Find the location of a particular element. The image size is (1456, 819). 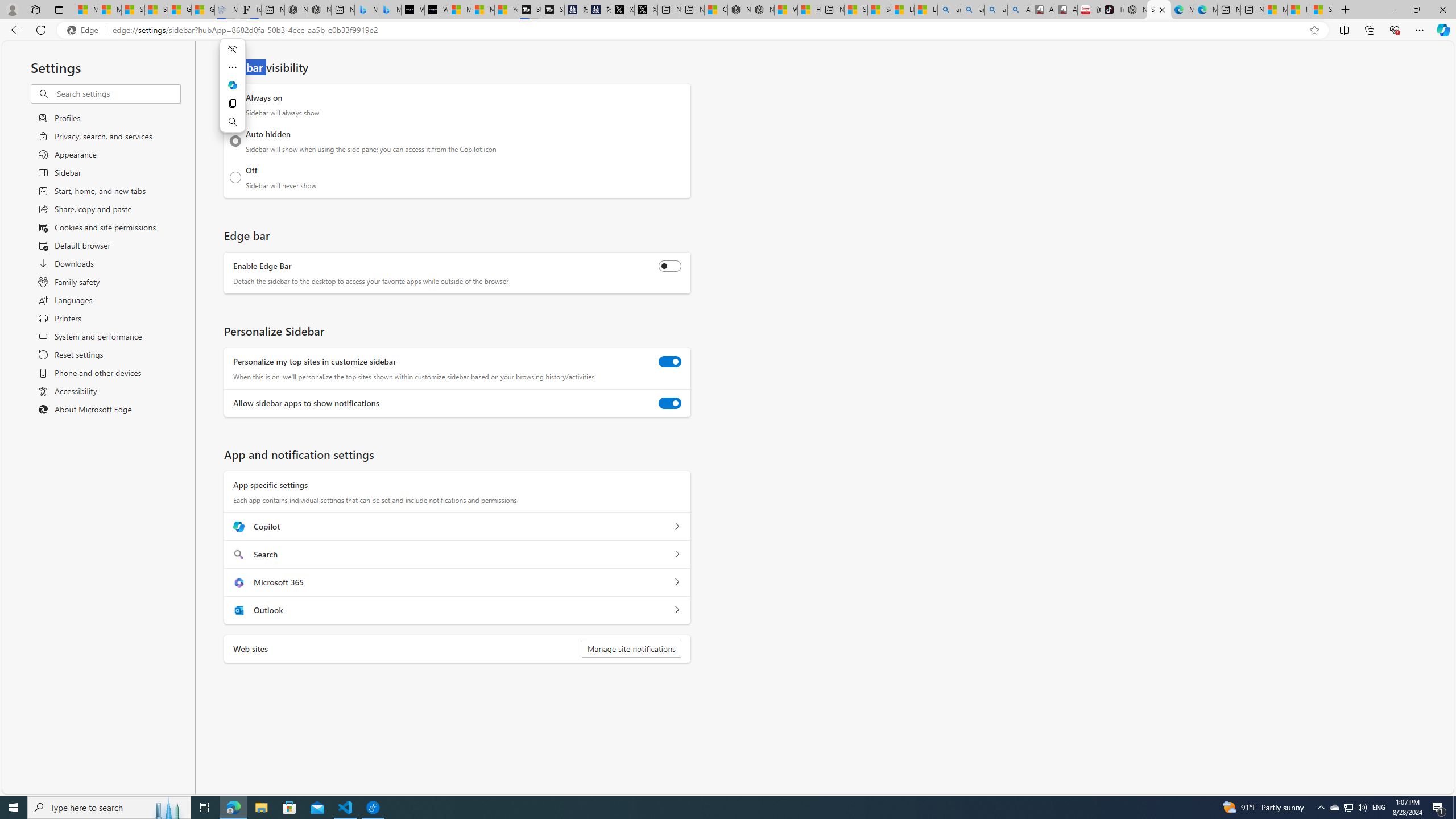

'TikTok' is located at coordinates (1111, 9).